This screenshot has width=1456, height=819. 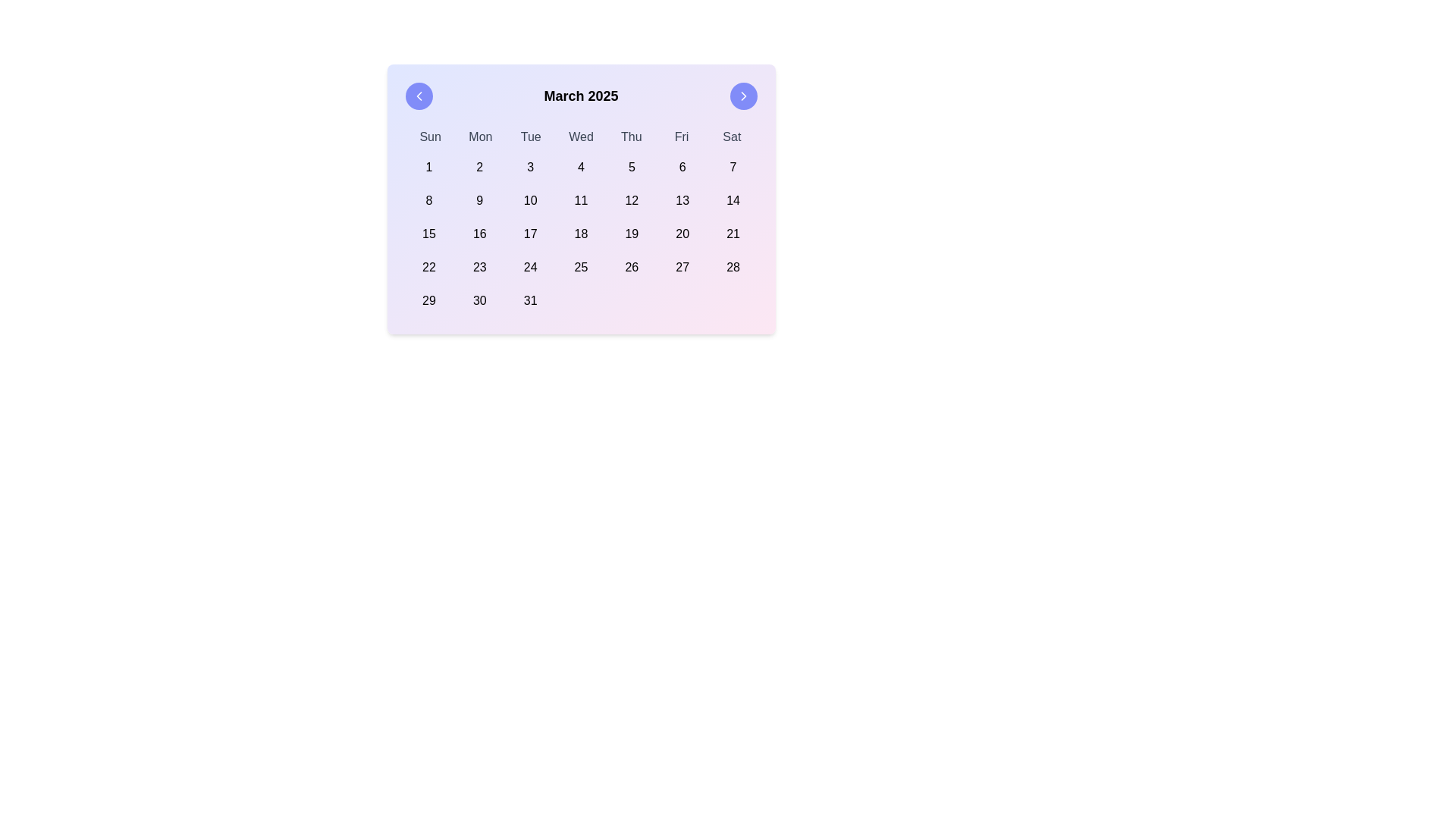 What do you see at coordinates (479, 234) in the screenshot?
I see `the button representing the 16th day of the currently displayed month in the calendar interface` at bounding box center [479, 234].